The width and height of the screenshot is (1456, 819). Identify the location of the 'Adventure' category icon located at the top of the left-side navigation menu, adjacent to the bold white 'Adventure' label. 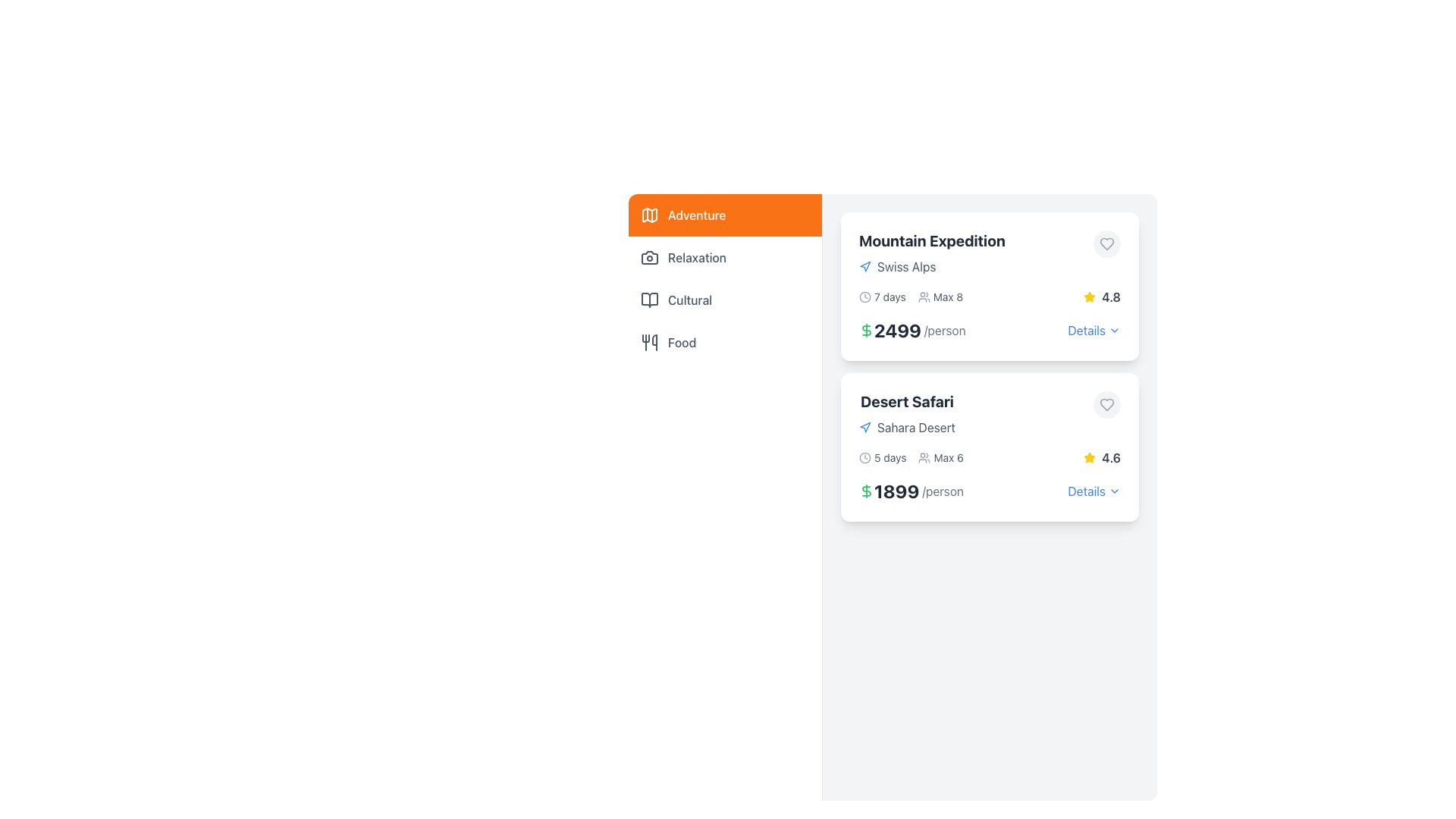
(650, 215).